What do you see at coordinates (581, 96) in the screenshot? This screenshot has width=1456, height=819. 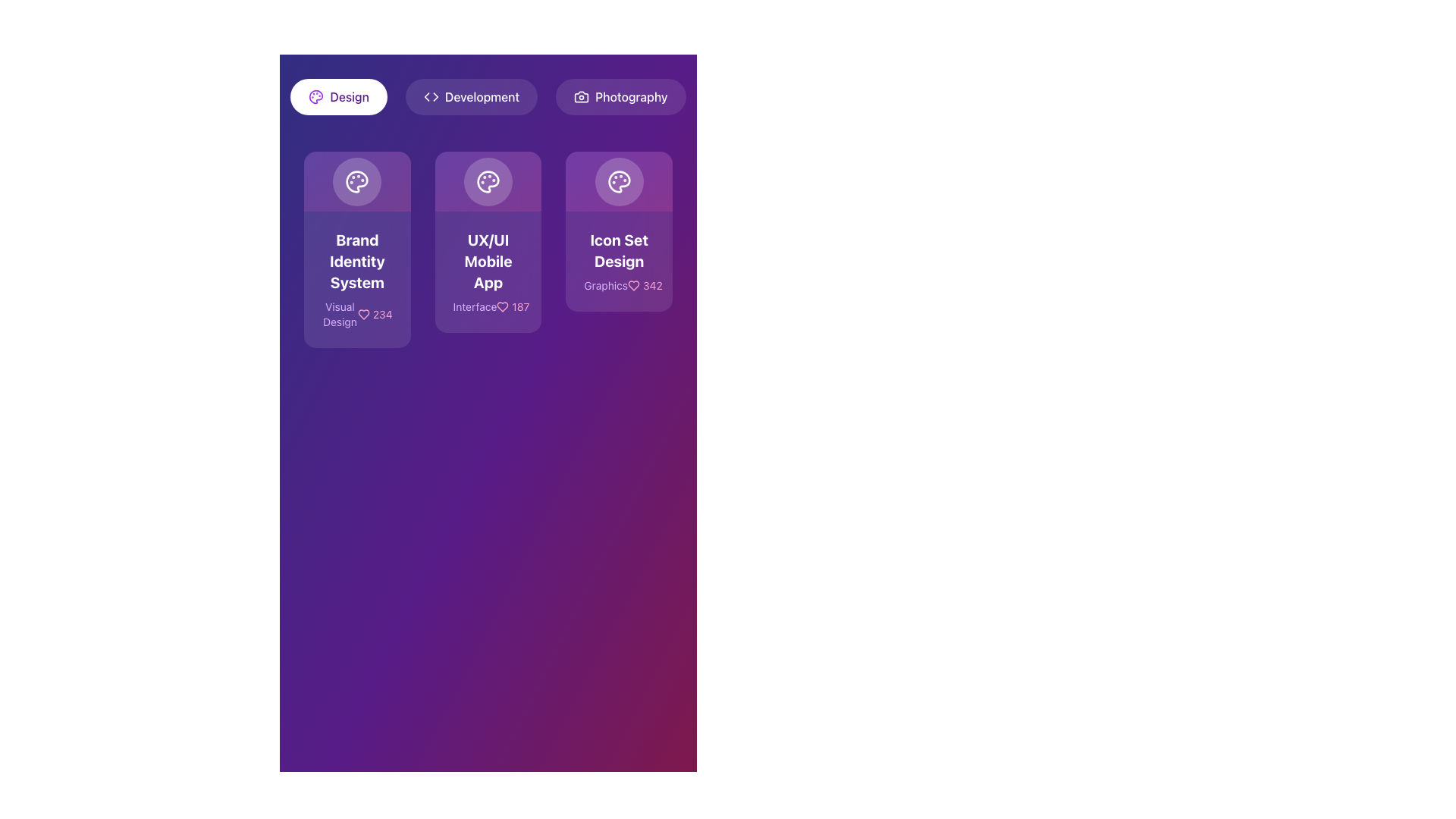 I see `the camera icon located to the left of the 'Photography' button, which is styled in white against a dark background` at bounding box center [581, 96].